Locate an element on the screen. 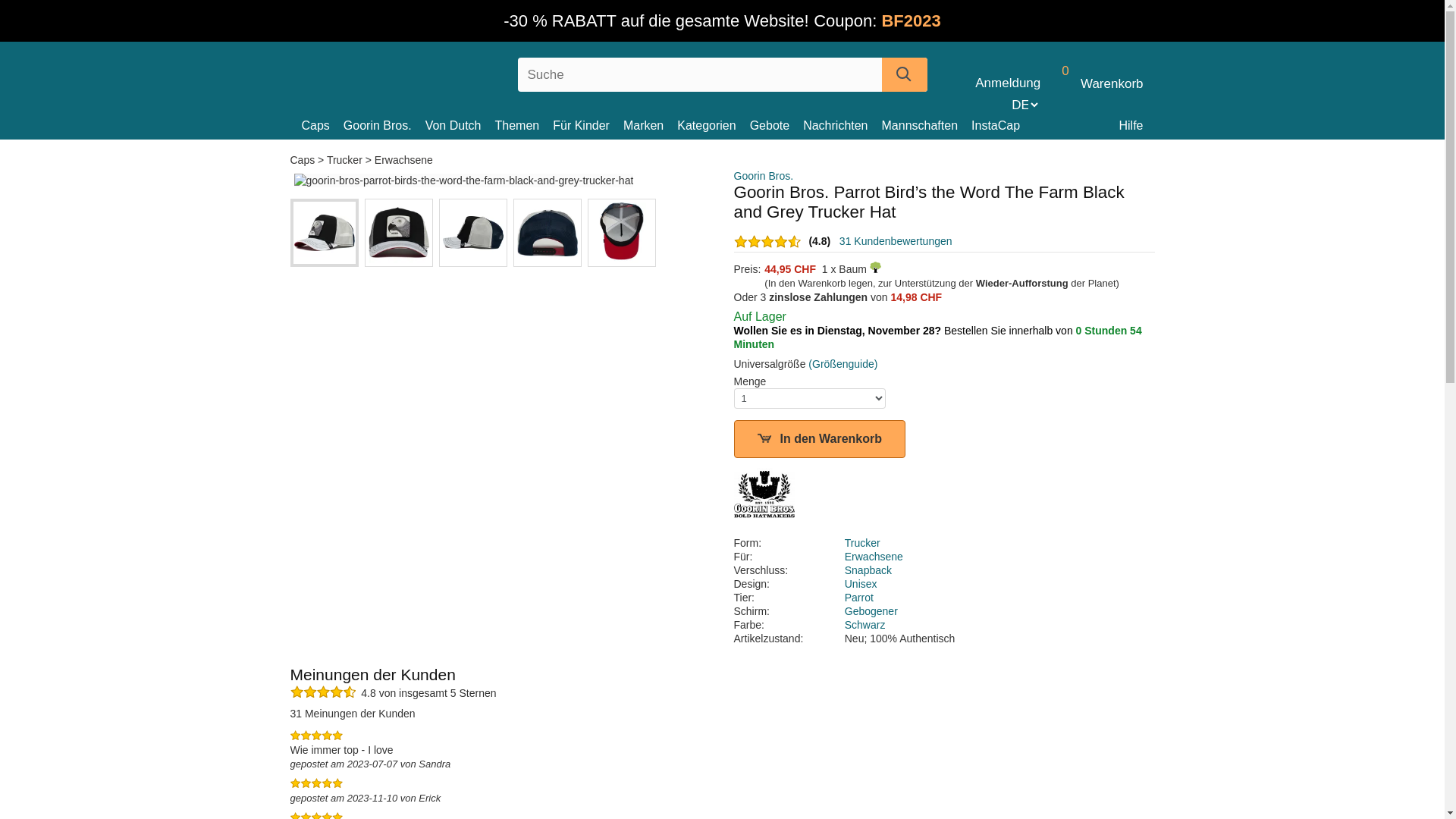 This screenshot has width=1456, height=819. 'Anmeldung' is located at coordinates (1008, 83).